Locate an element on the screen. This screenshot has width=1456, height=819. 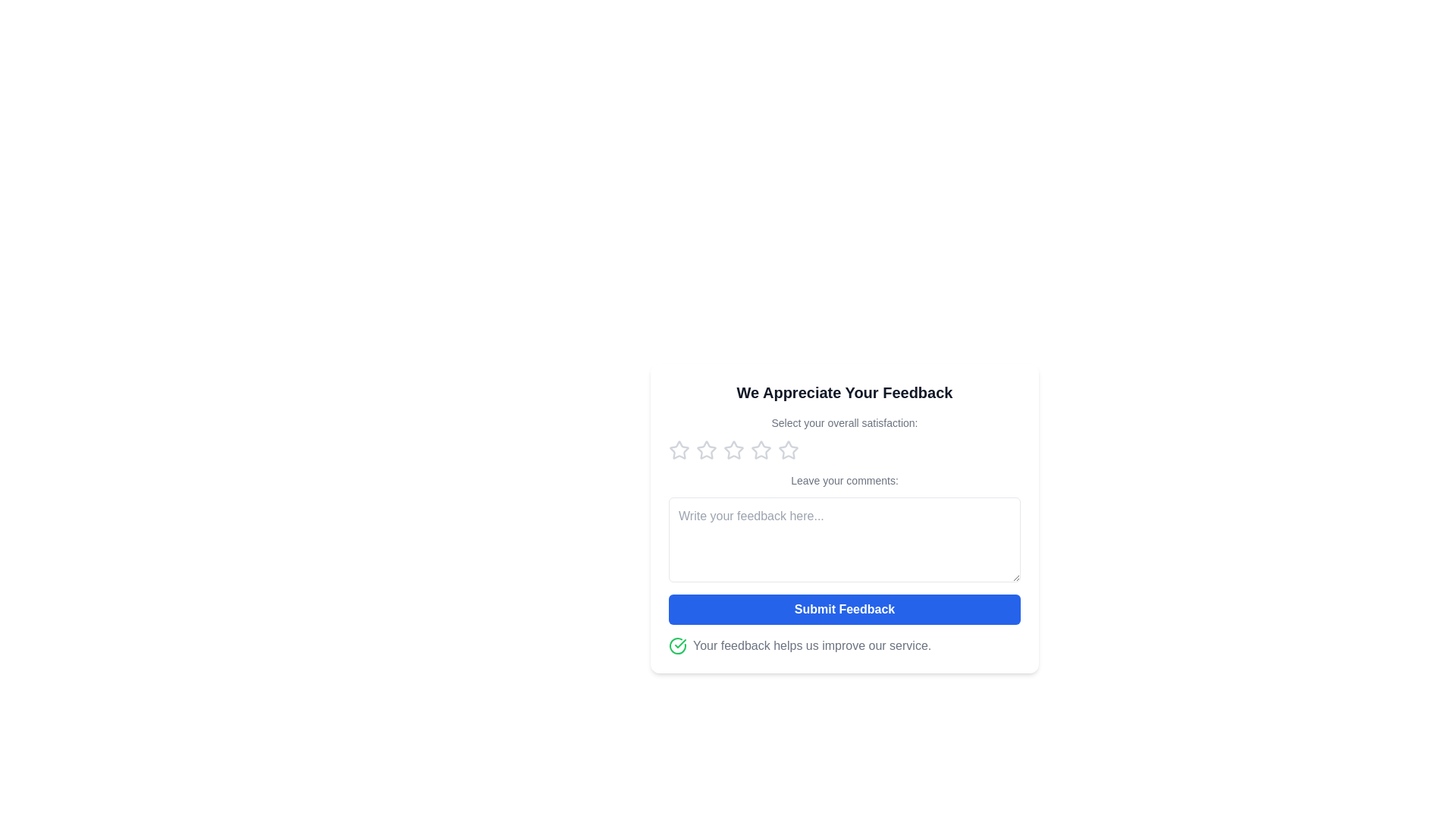
the third star icon in the feedback form is located at coordinates (761, 449).